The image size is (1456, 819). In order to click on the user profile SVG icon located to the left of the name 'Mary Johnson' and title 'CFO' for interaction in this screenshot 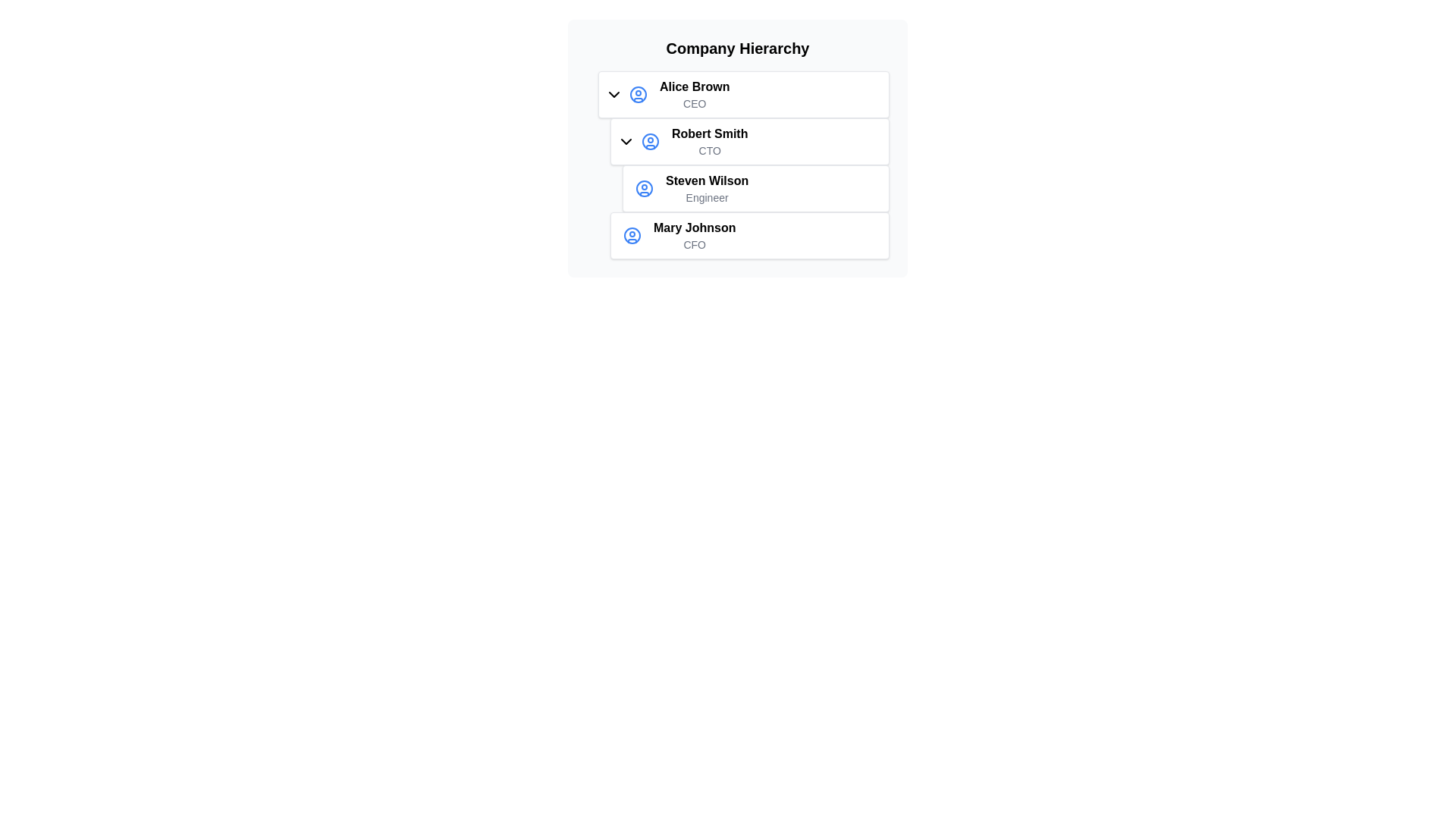, I will do `click(632, 236)`.